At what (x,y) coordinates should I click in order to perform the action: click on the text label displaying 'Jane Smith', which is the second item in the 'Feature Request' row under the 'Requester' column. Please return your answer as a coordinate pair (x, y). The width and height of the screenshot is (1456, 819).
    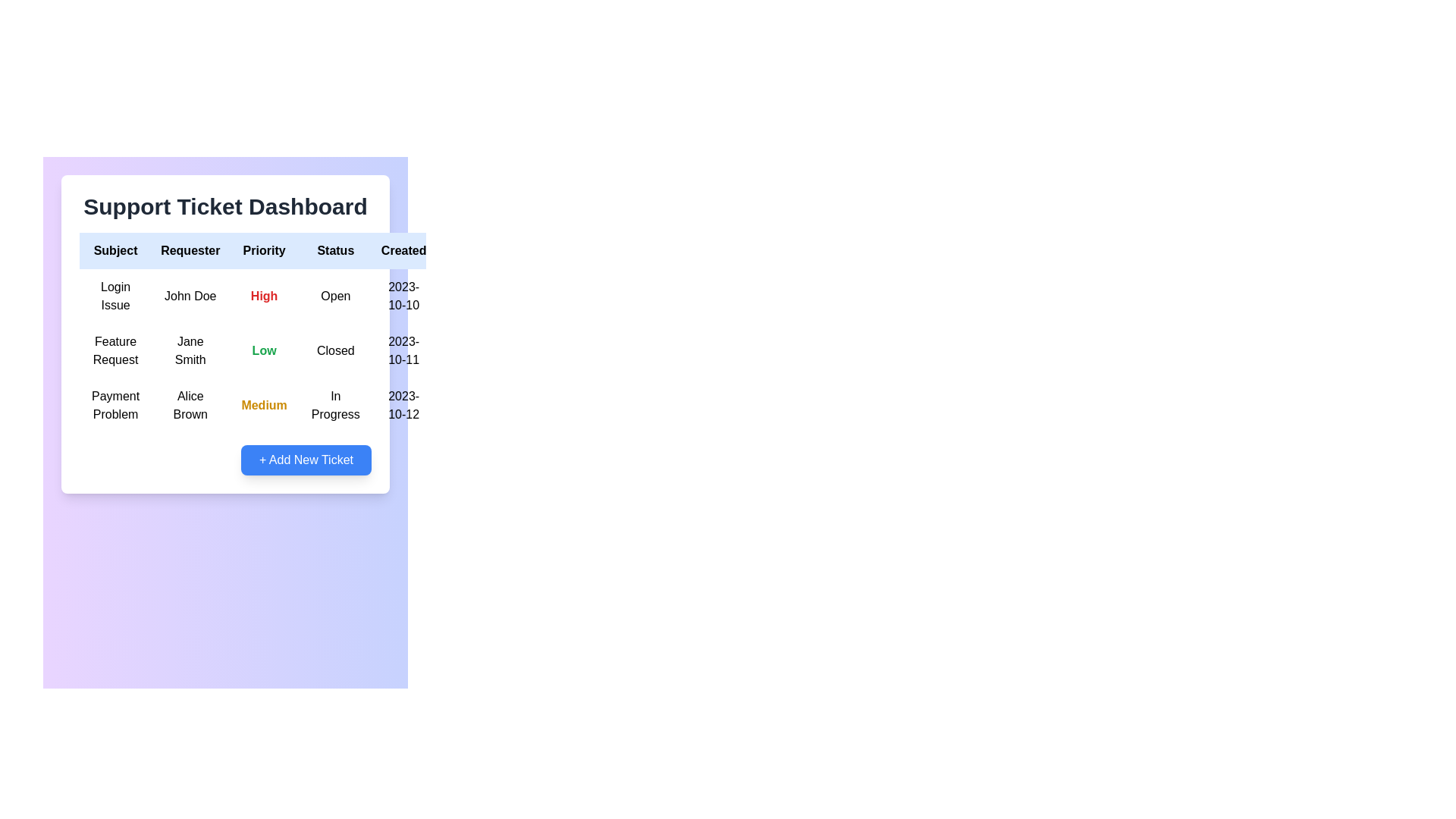
    Looking at the image, I should click on (190, 350).